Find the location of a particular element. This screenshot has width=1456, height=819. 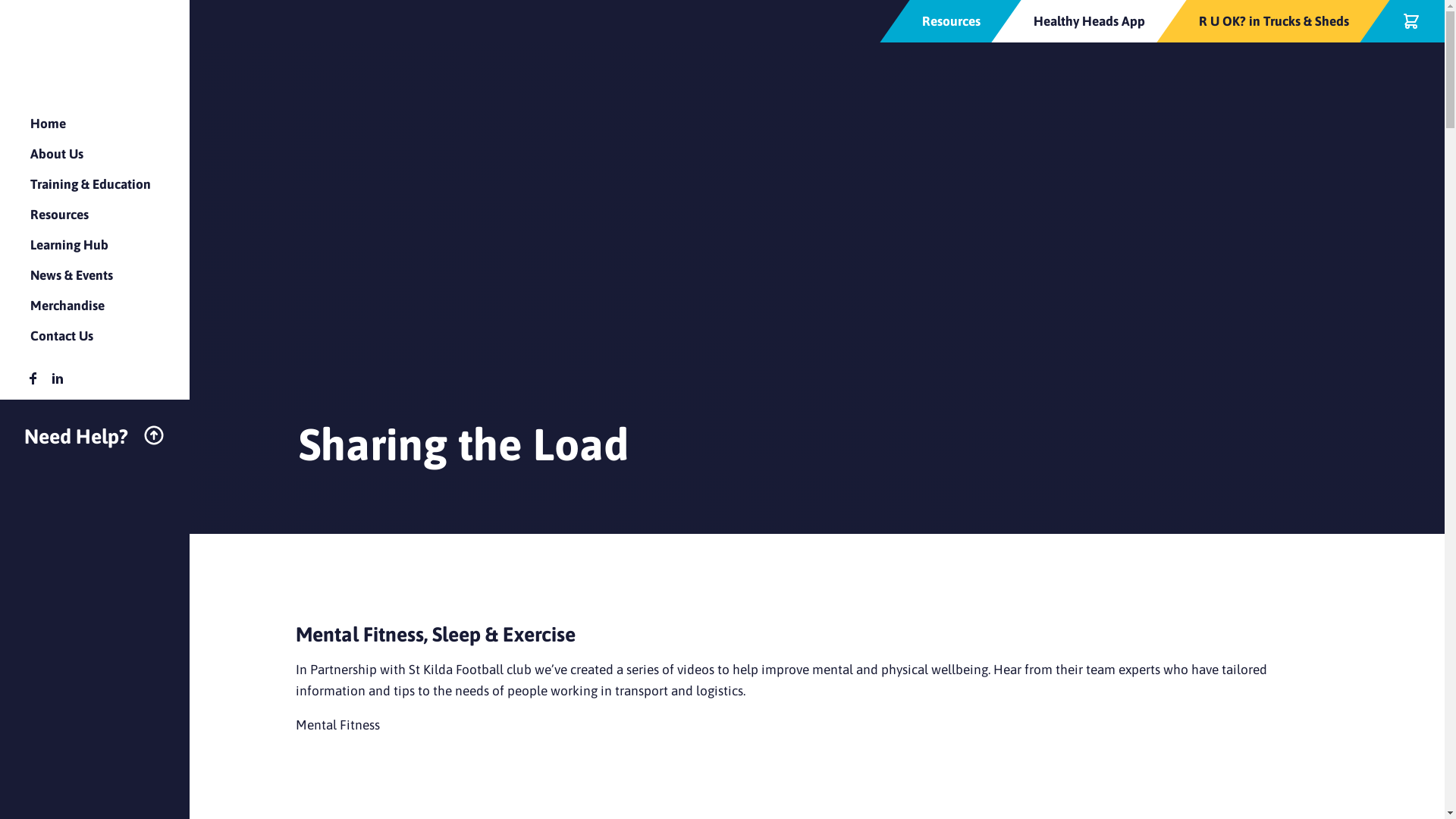

'Resources' is located at coordinates (950, 20).